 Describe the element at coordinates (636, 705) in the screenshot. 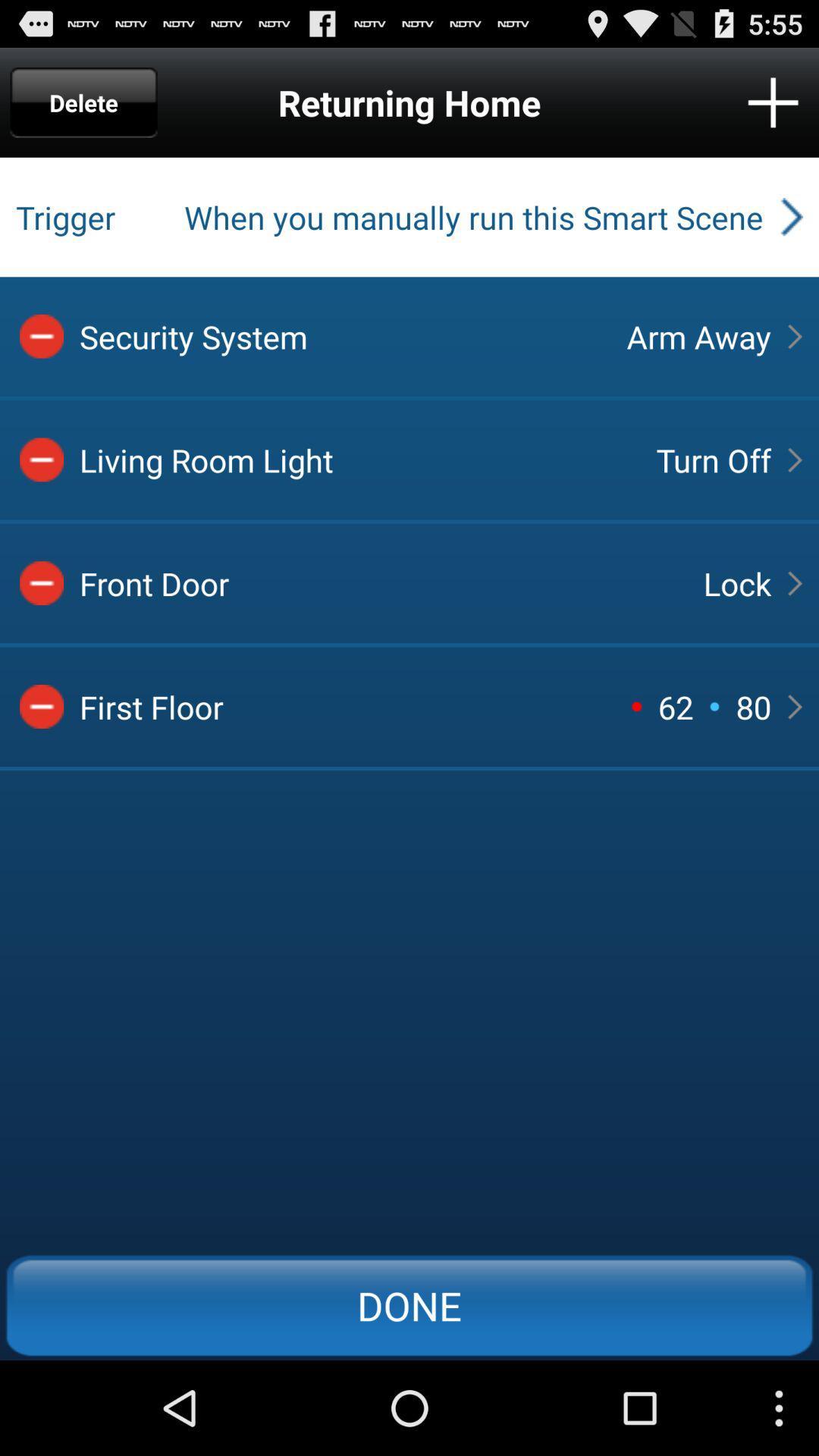

I see `app next to 62` at that location.